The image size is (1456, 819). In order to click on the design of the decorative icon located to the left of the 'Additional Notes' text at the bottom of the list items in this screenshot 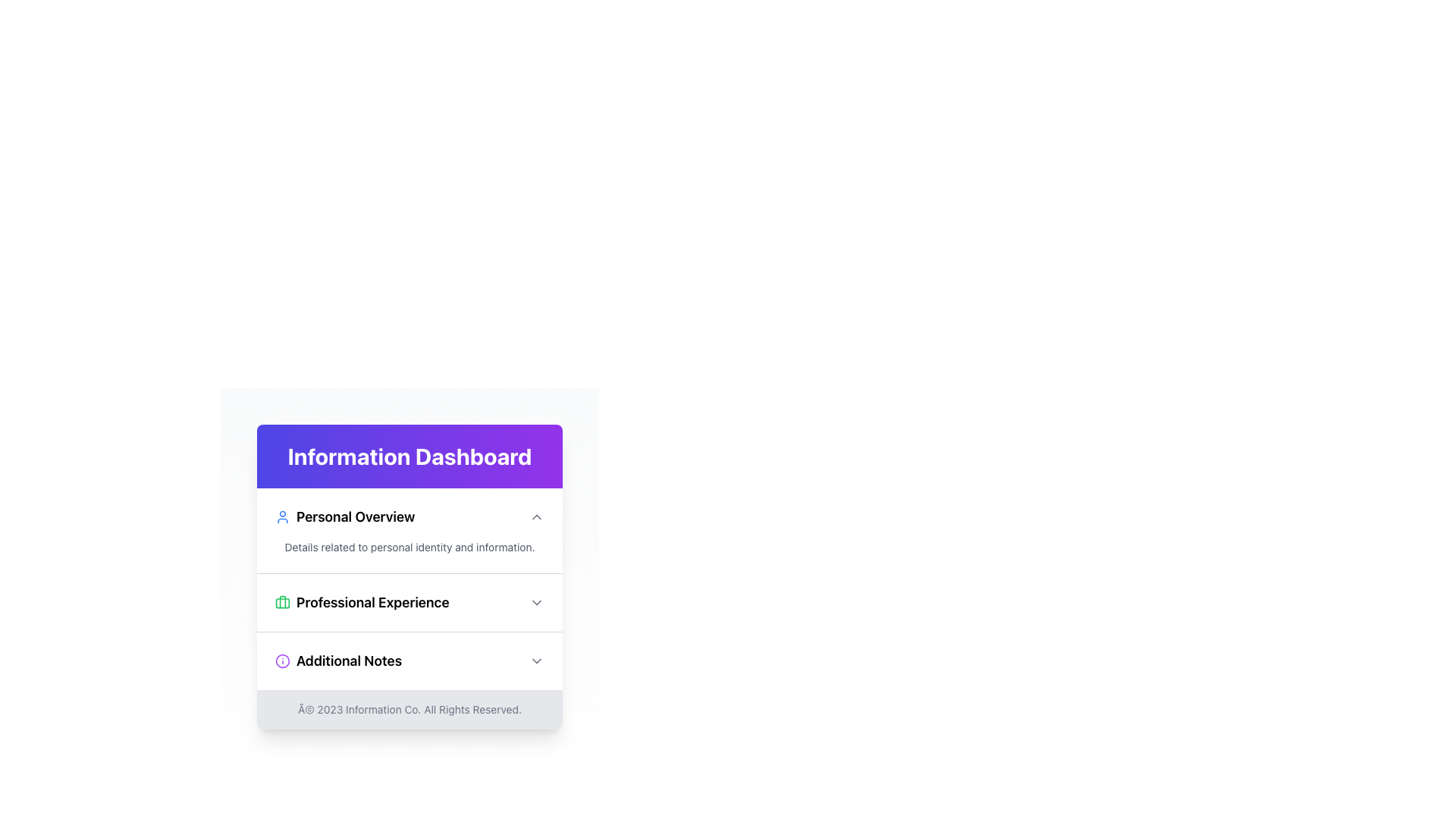, I will do `click(283, 660)`.